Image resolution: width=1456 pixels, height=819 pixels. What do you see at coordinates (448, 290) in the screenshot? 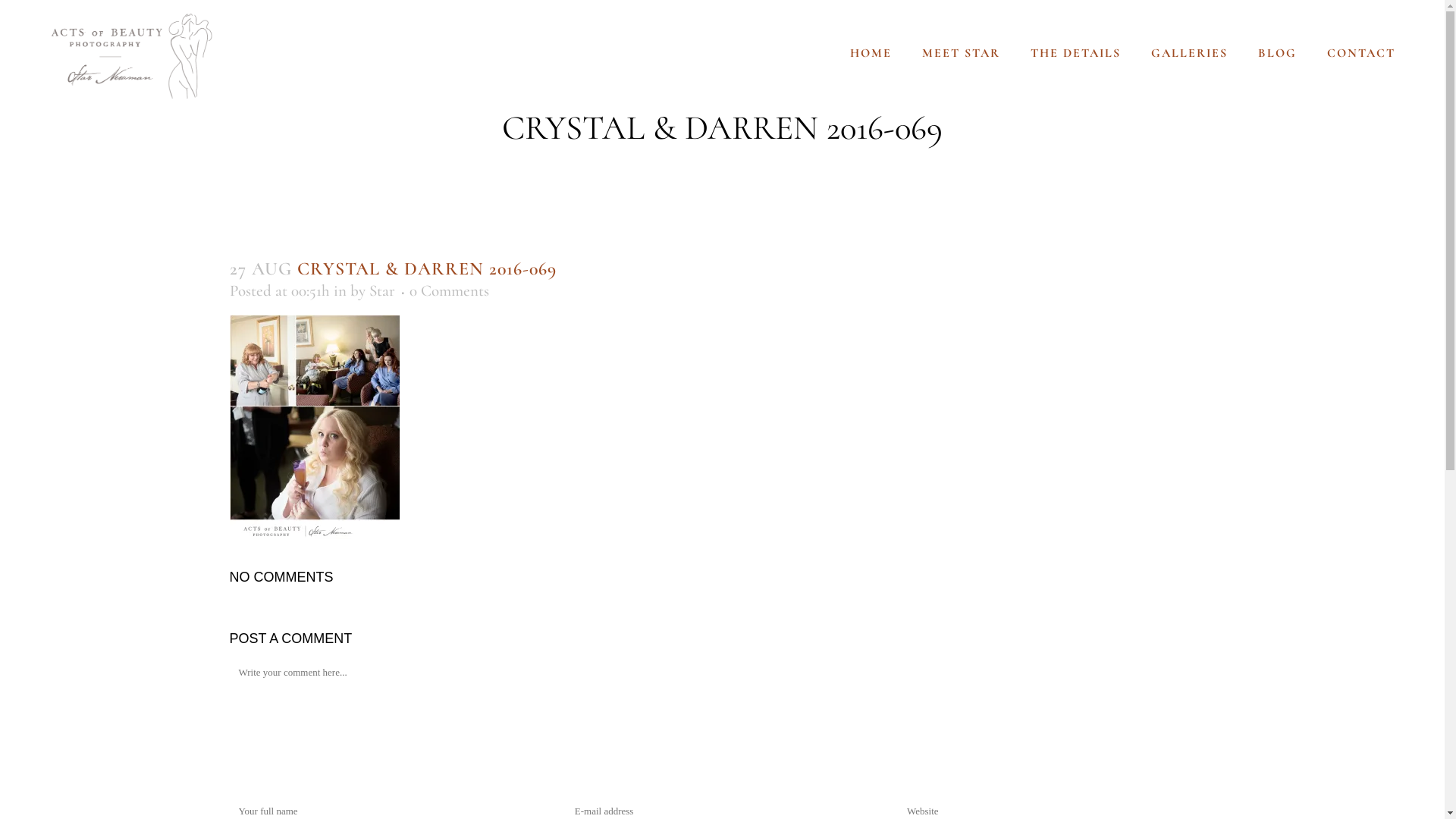
I see `'0 Comments'` at bounding box center [448, 290].